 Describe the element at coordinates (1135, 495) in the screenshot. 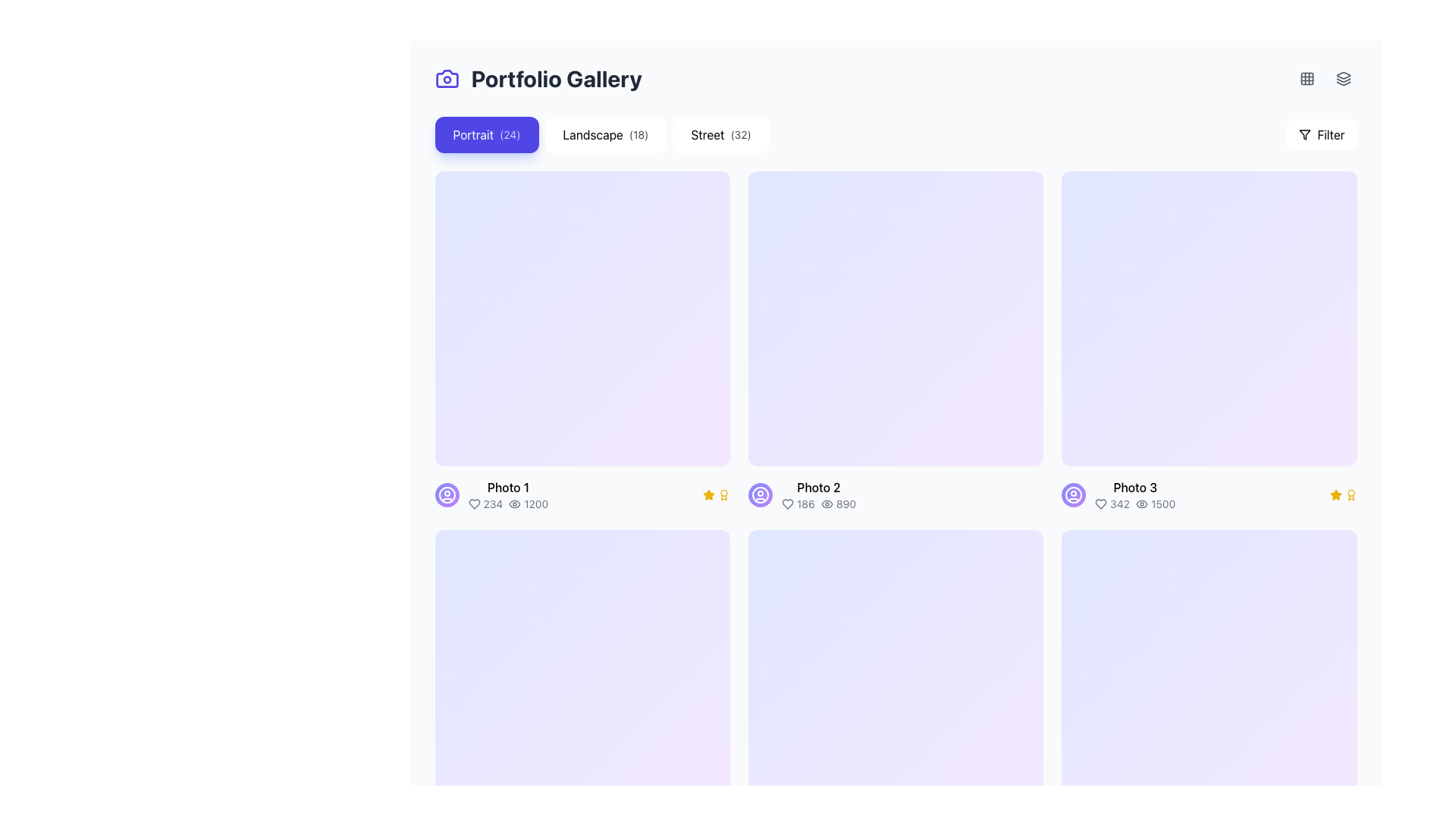

I see `the 'Photo 3' text label located in the bottom-right section of the grid layout` at that location.